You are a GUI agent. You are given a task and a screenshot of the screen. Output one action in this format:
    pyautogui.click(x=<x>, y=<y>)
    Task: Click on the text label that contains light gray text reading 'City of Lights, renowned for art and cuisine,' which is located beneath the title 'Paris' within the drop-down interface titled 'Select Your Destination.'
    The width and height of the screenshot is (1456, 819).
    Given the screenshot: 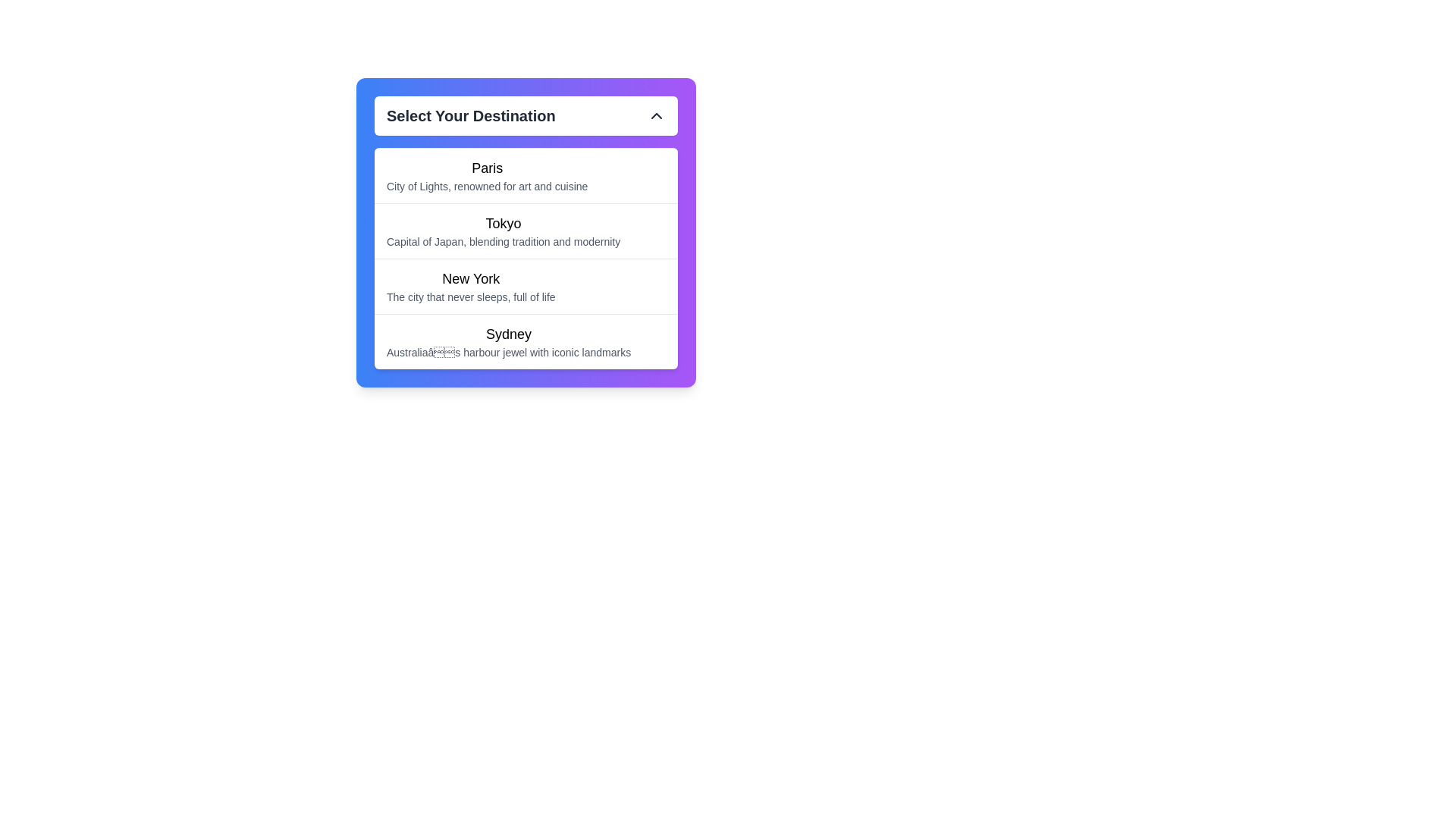 What is the action you would take?
    pyautogui.click(x=487, y=186)
    